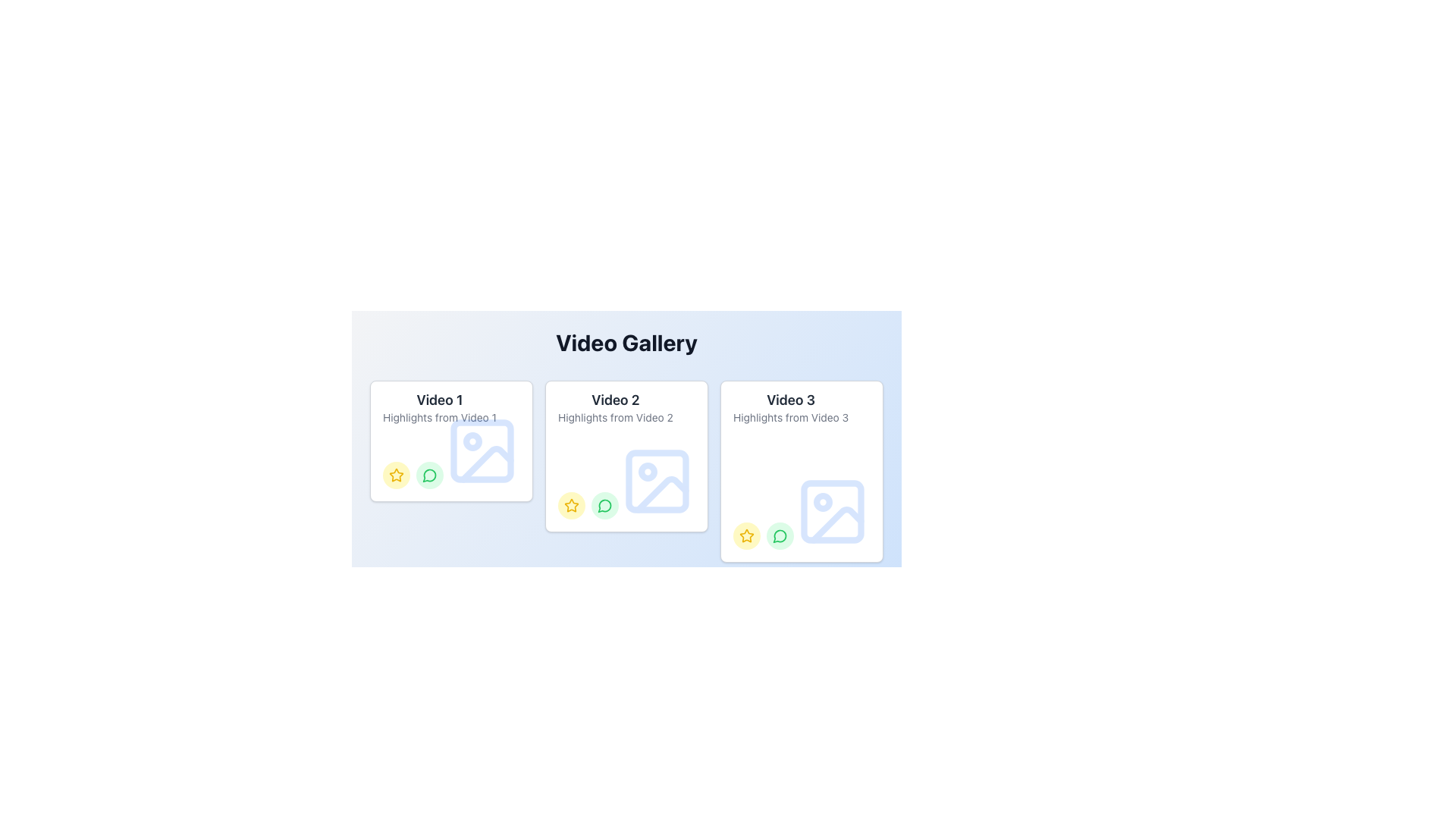  What do you see at coordinates (780, 535) in the screenshot?
I see `the button for commenting associated with 'Video 3'` at bounding box center [780, 535].